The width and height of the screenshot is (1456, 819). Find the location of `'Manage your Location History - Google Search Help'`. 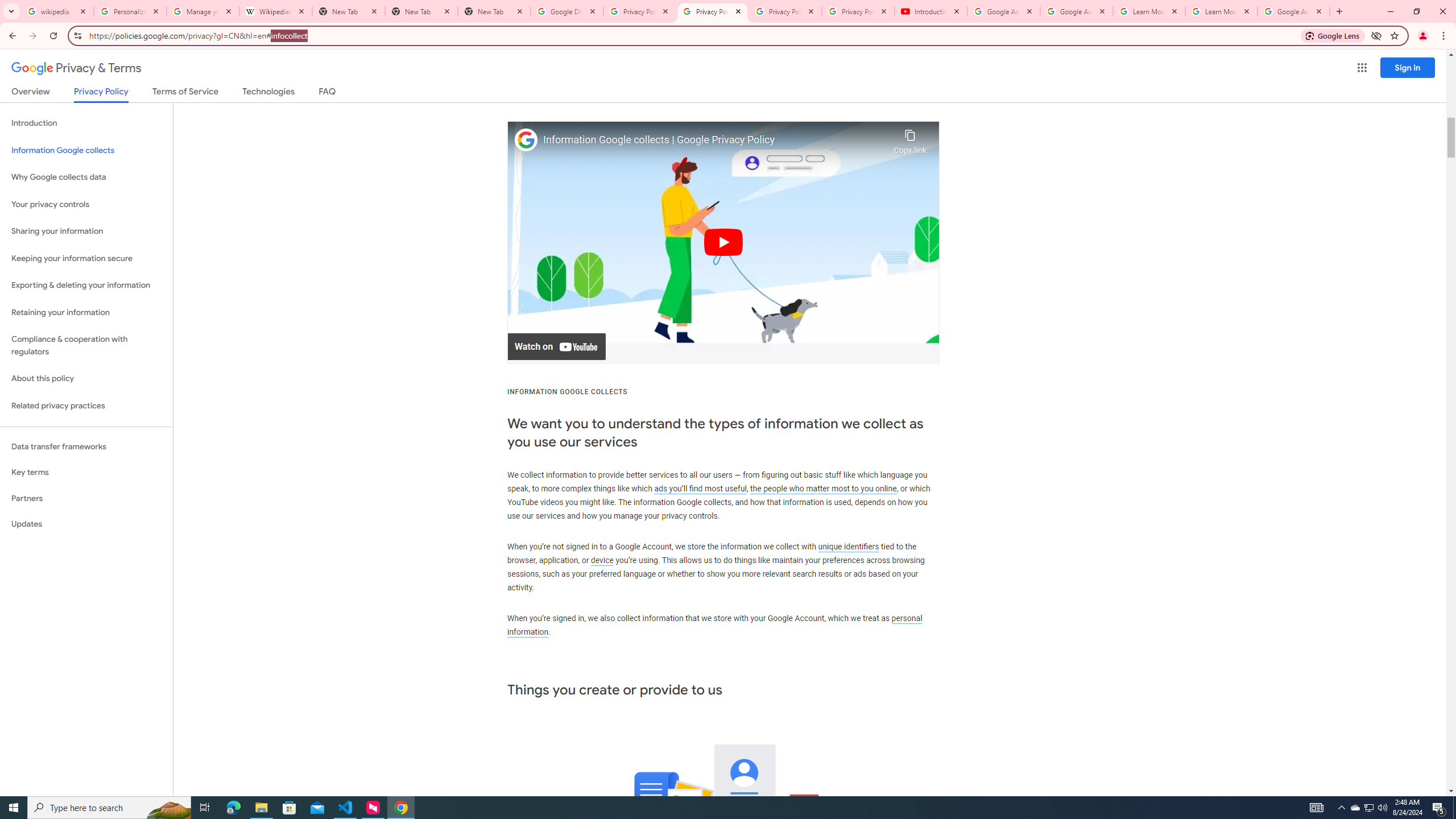

'Manage your Location History - Google Search Help' is located at coordinates (202, 11).